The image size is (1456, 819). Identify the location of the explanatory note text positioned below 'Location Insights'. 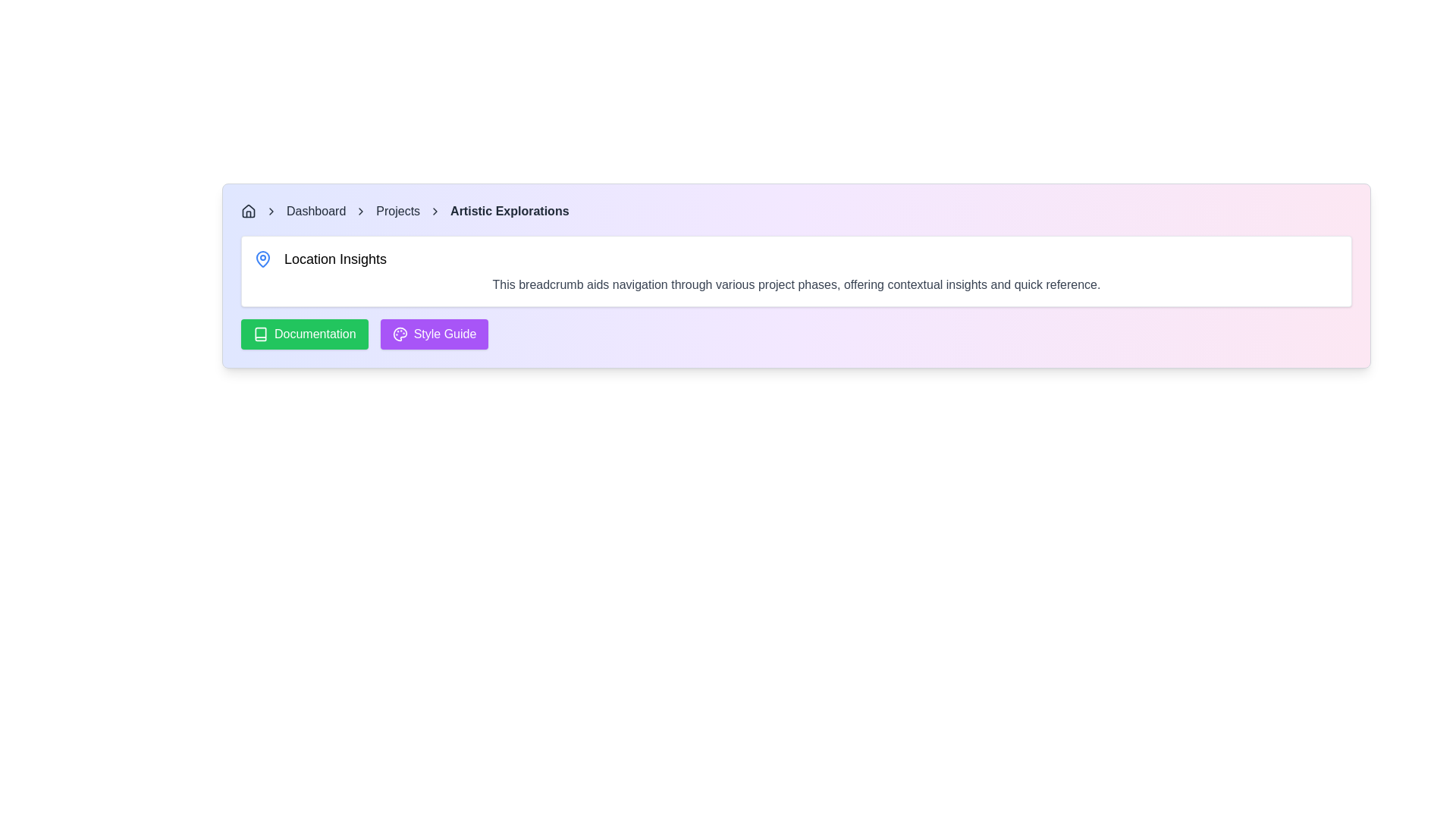
(795, 284).